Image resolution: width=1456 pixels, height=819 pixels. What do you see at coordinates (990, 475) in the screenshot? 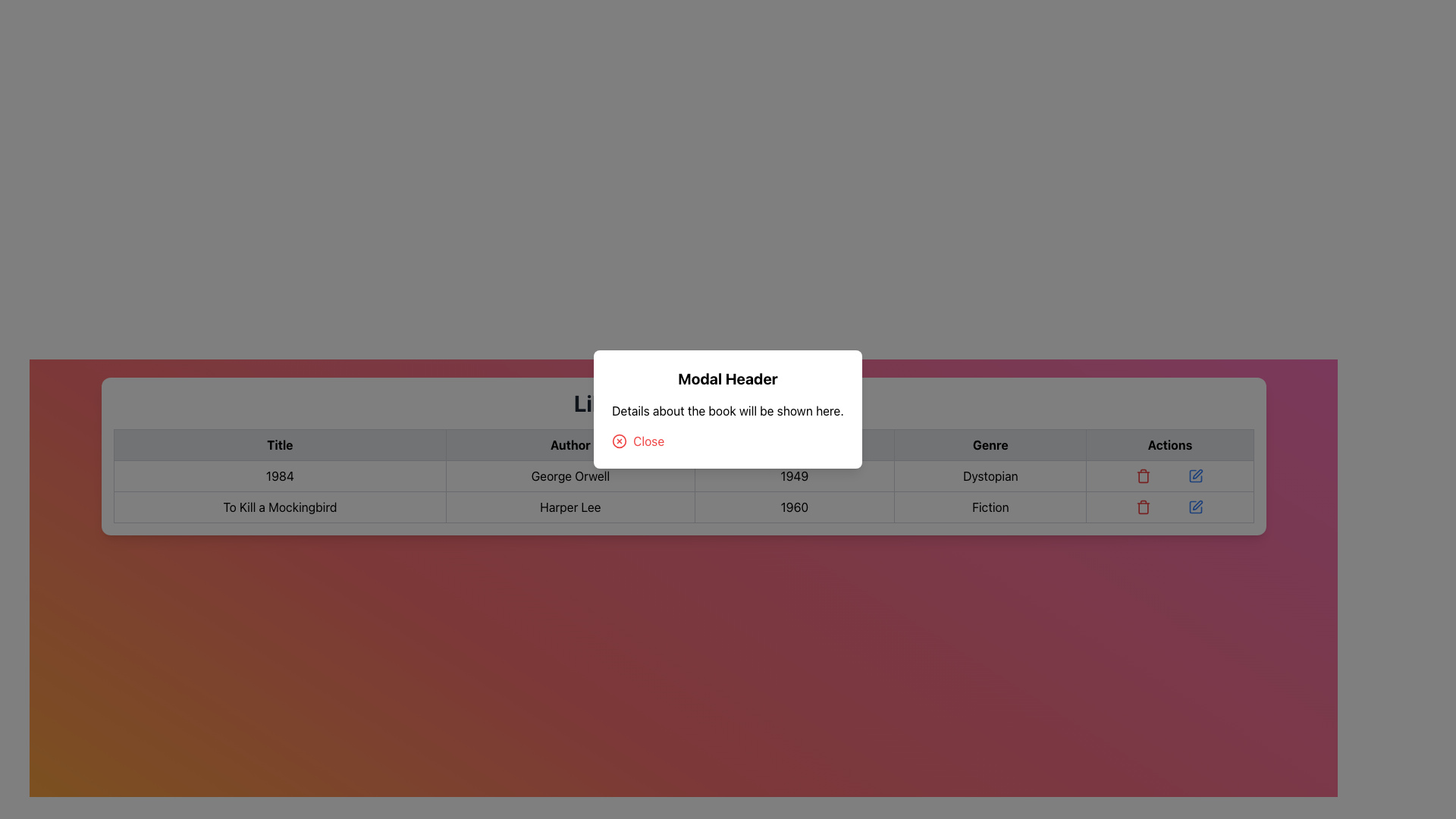
I see `the Label element displaying the text 'Dystopian' in the 'Genre' column of the first row of the table` at bounding box center [990, 475].